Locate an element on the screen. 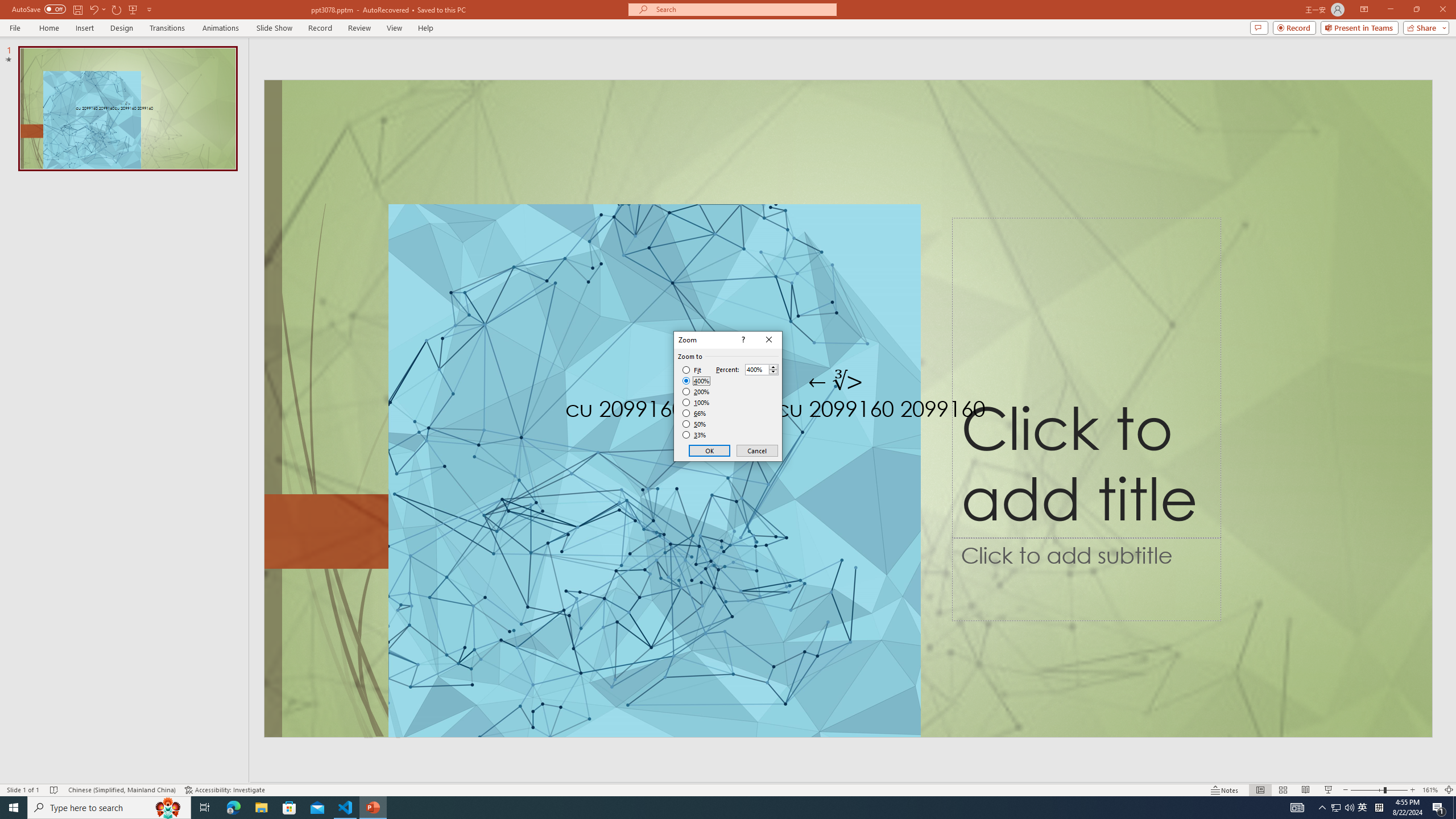  'Zoom 161%' is located at coordinates (1430, 790).